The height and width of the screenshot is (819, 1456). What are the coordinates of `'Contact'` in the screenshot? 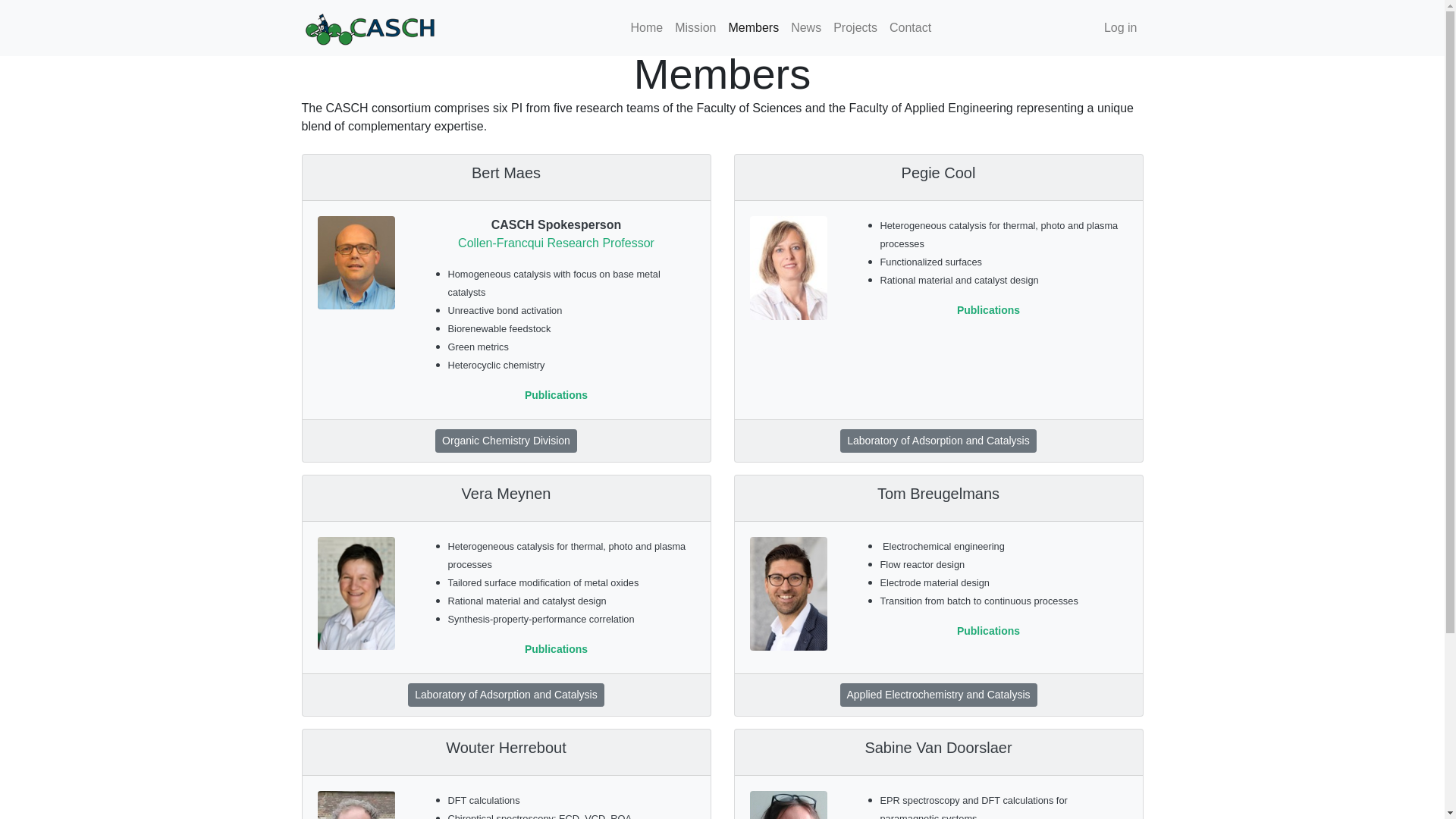 It's located at (910, 28).